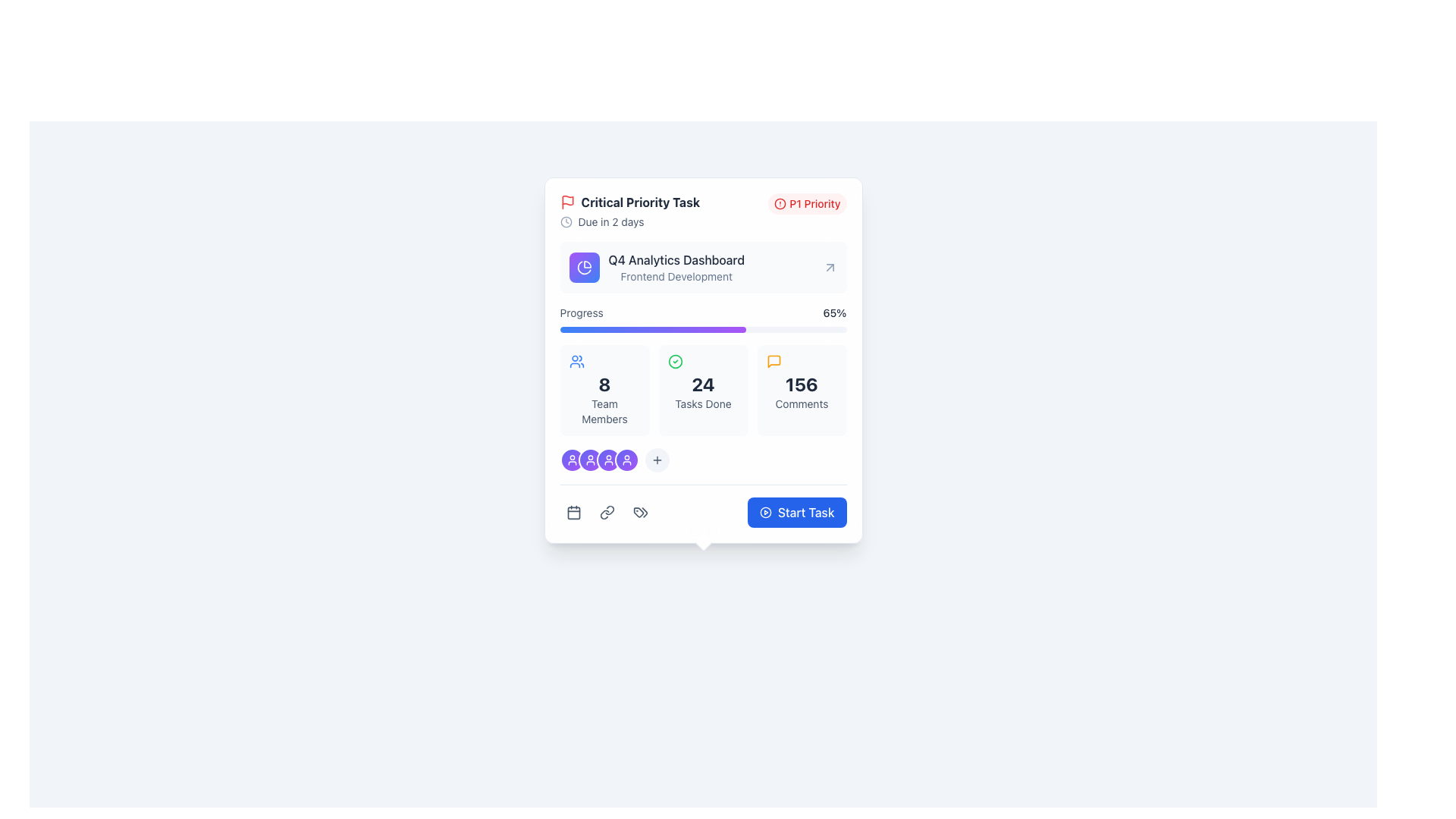 The height and width of the screenshot is (819, 1456). I want to click on the fifth icon in a horizontal list of team member icons located near the bottom of a card-like layout, so click(626, 459).